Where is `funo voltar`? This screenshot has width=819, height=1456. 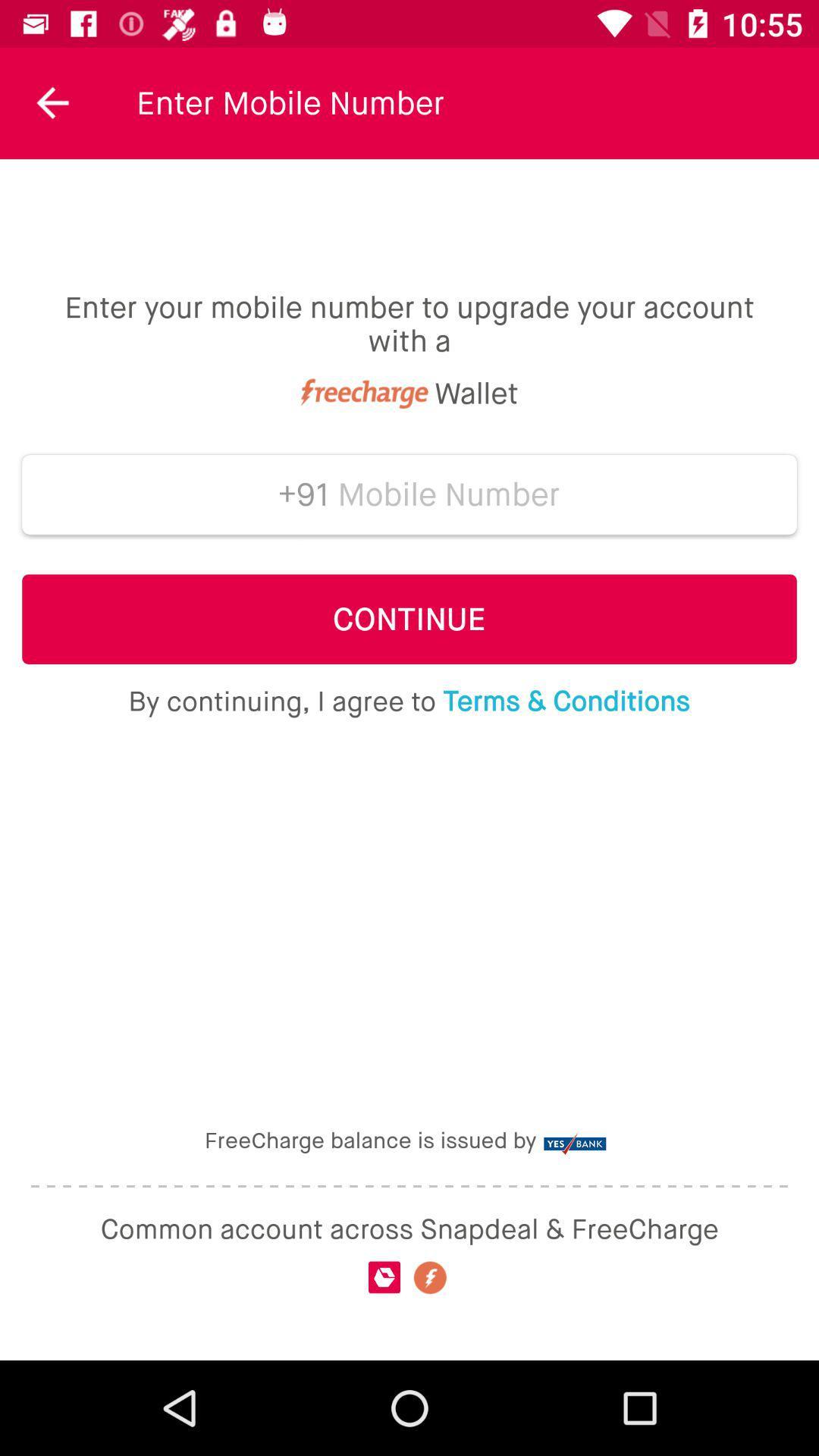
funo voltar is located at coordinates (52, 102).